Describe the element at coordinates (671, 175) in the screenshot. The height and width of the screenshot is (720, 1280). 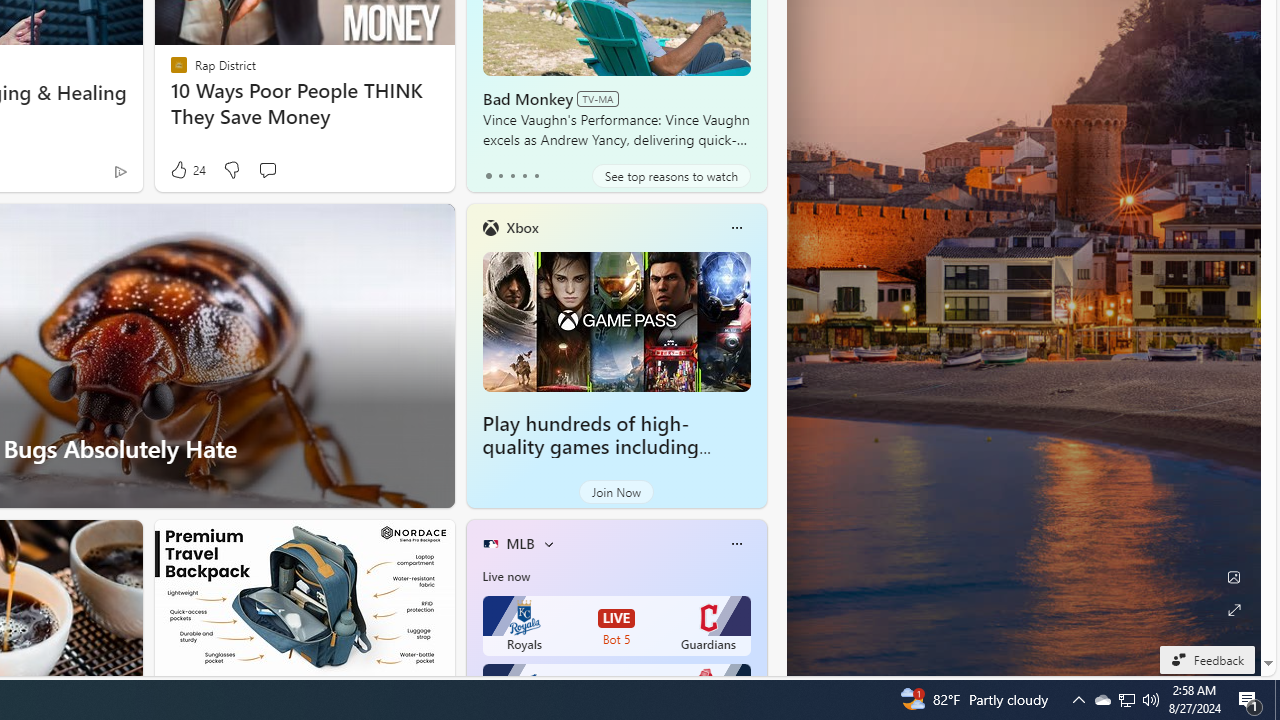
I see `'See top reasons to watch'` at that location.